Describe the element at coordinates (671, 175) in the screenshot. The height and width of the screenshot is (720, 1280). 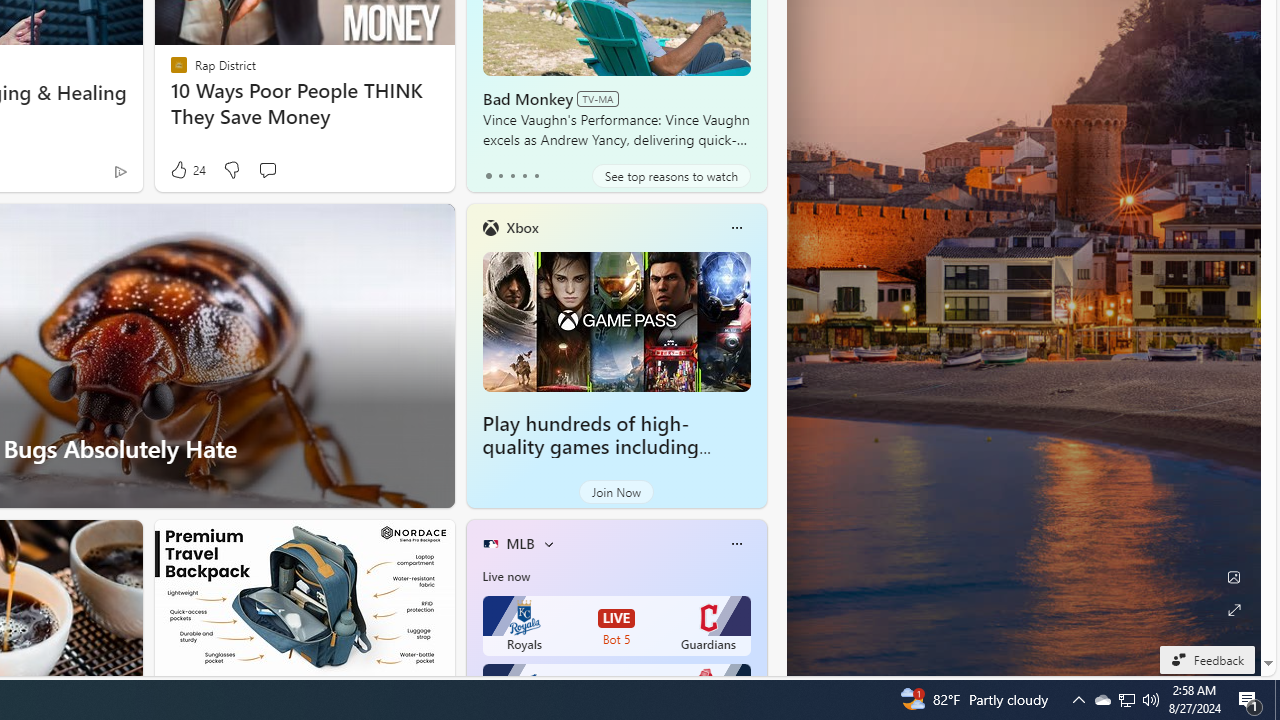
I see `'See top reasons to watch'` at that location.